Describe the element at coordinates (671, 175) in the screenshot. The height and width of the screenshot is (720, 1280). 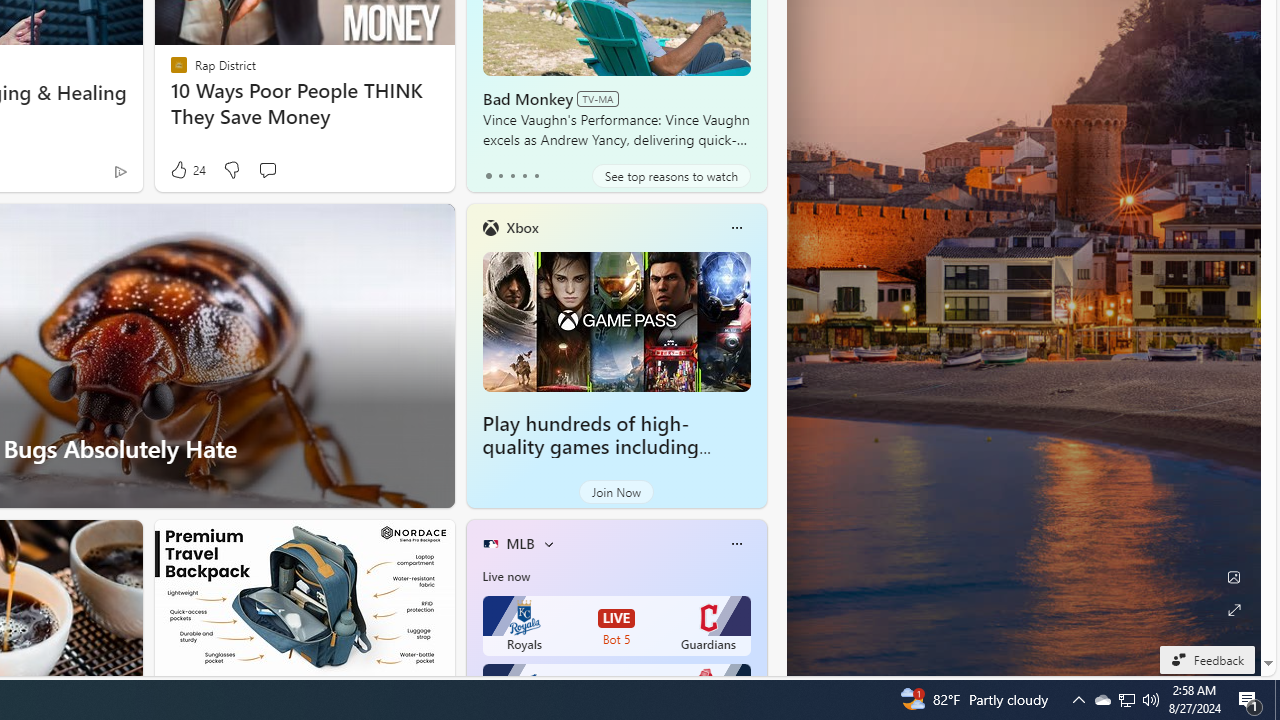
I see `'See top reasons to watch'` at that location.